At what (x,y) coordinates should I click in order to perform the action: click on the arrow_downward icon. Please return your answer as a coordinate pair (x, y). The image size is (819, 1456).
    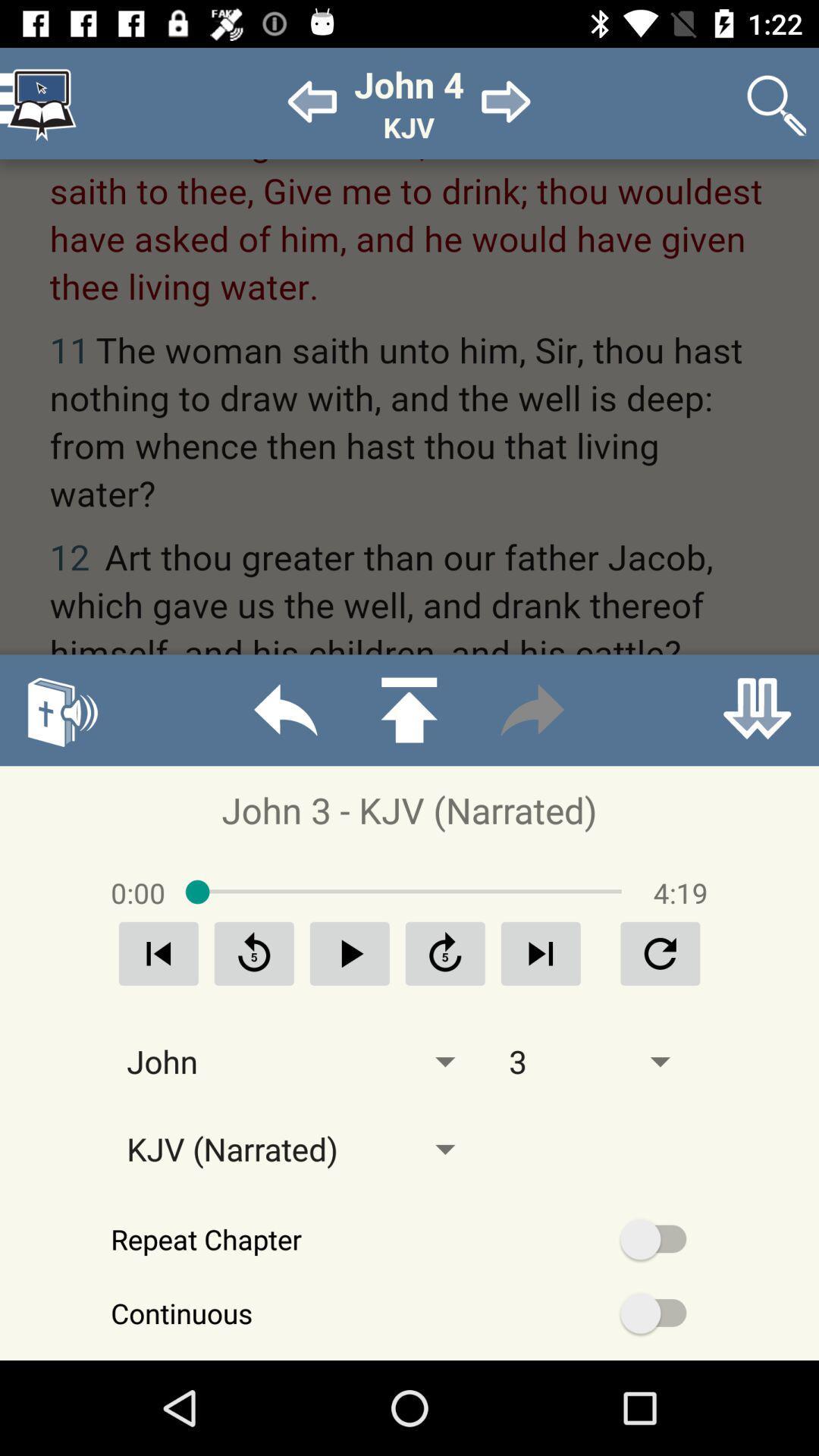
    Looking at the image, I should click on (757, 709).